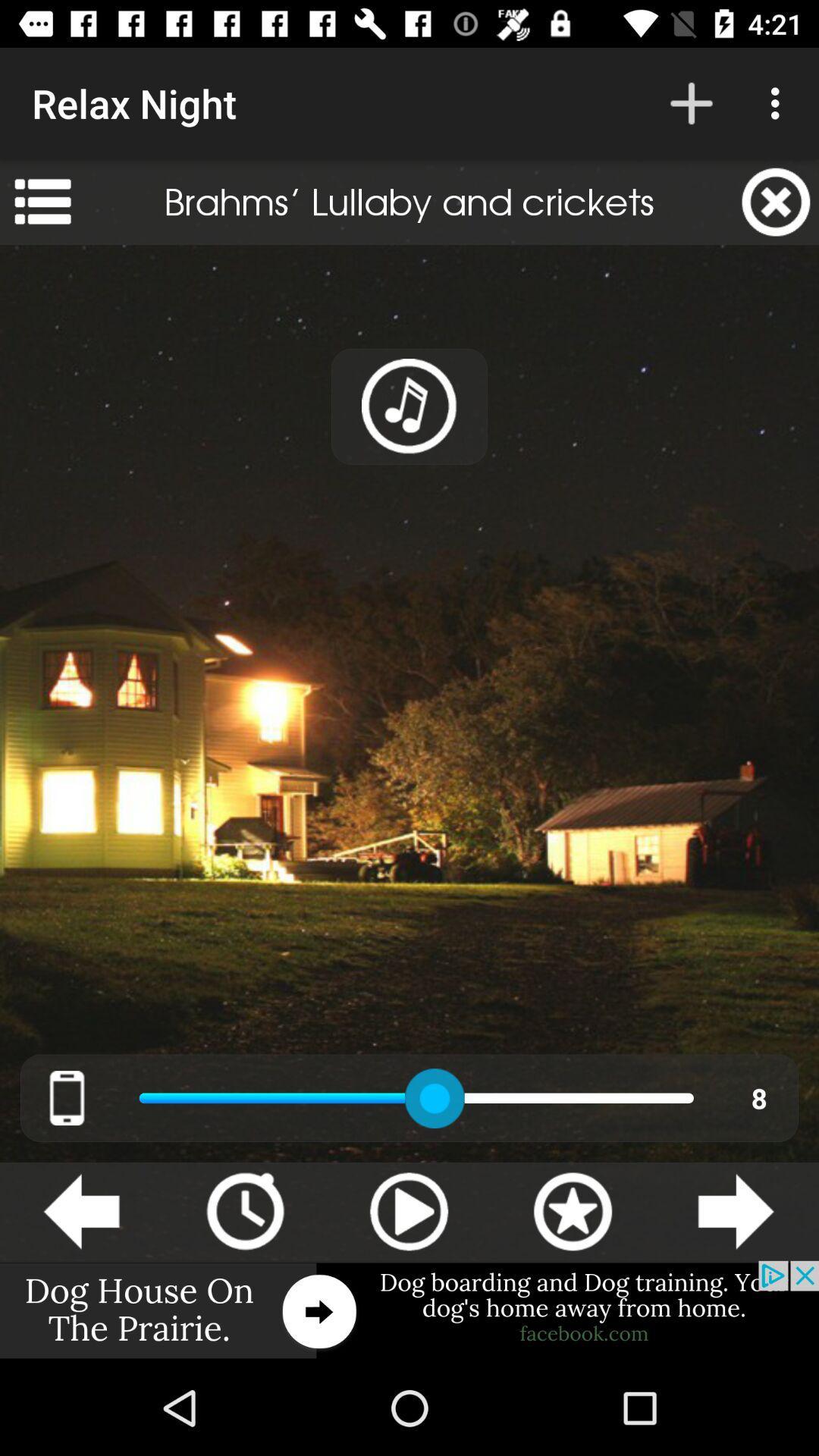 This screenshot has width=819, height=1456. Describe the element at coordinates (573, 1210) in the screenshot. I see `the star icon` at that location.